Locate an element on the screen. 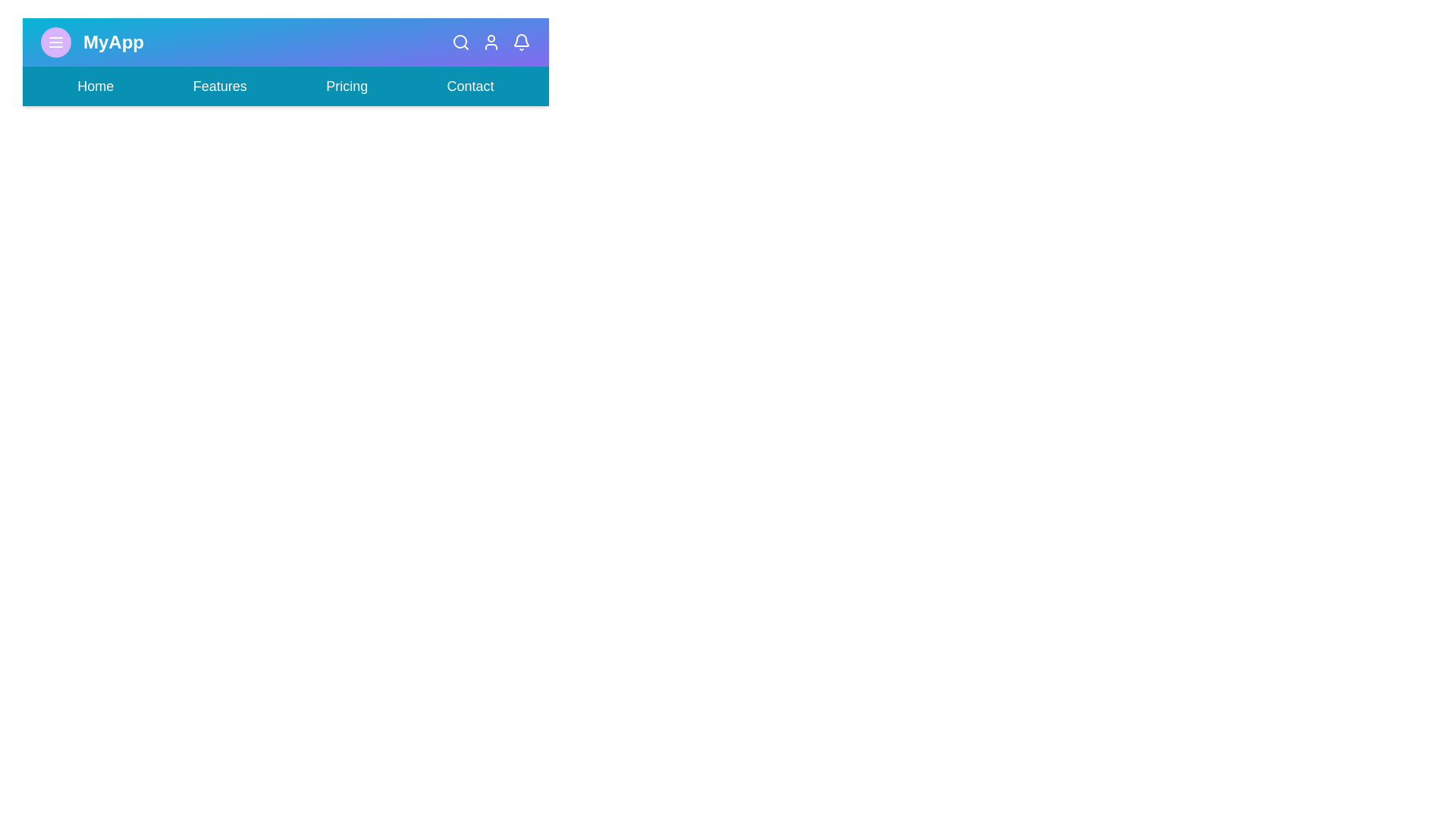 Image resolution: width=1456 pixels, height=819 pixels. the navigation link Home to navigate to the corresponding section is located at coordinates (94, 86).